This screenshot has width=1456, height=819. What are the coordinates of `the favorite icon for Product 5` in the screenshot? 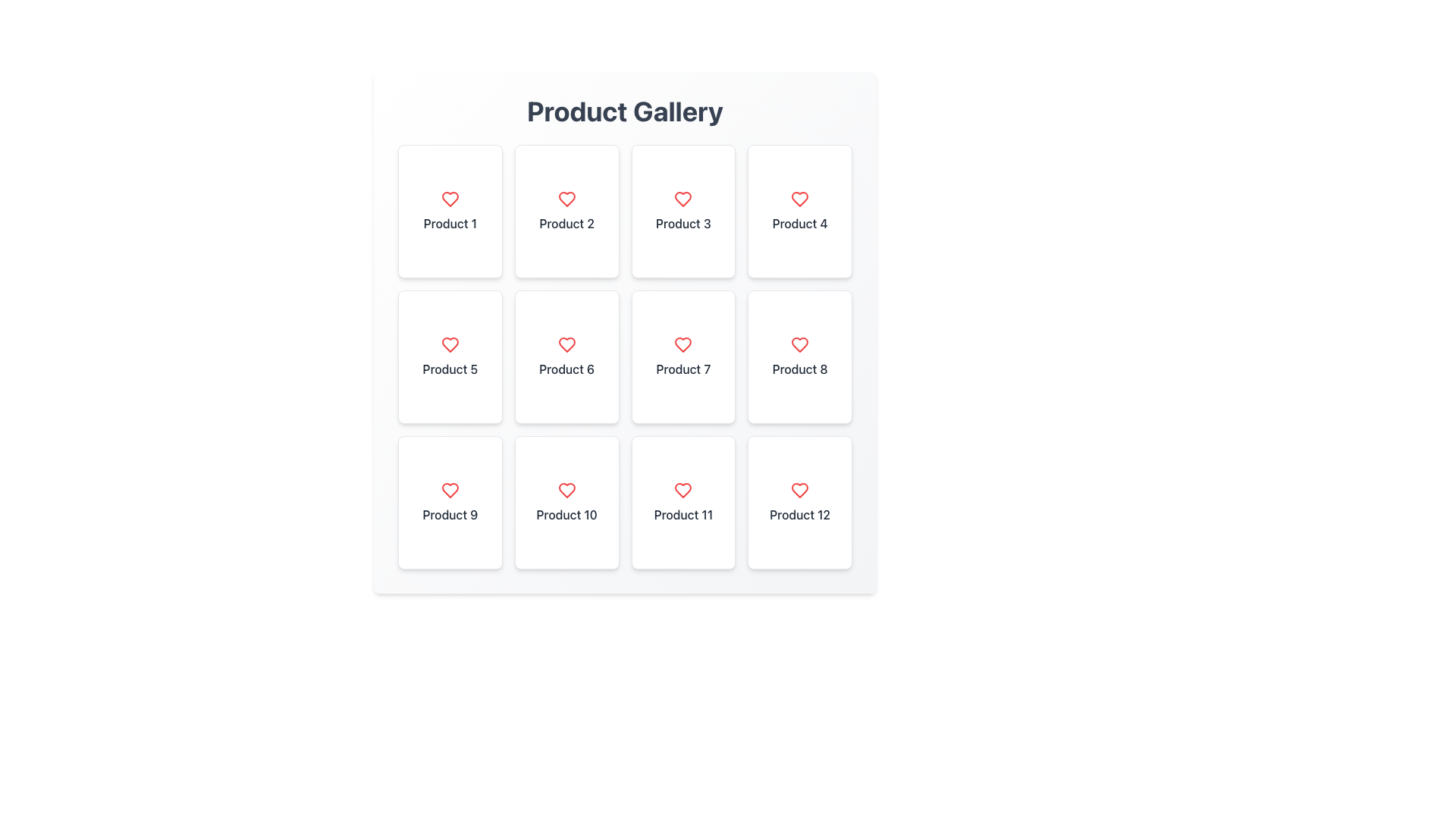 It's located at (449, 345).